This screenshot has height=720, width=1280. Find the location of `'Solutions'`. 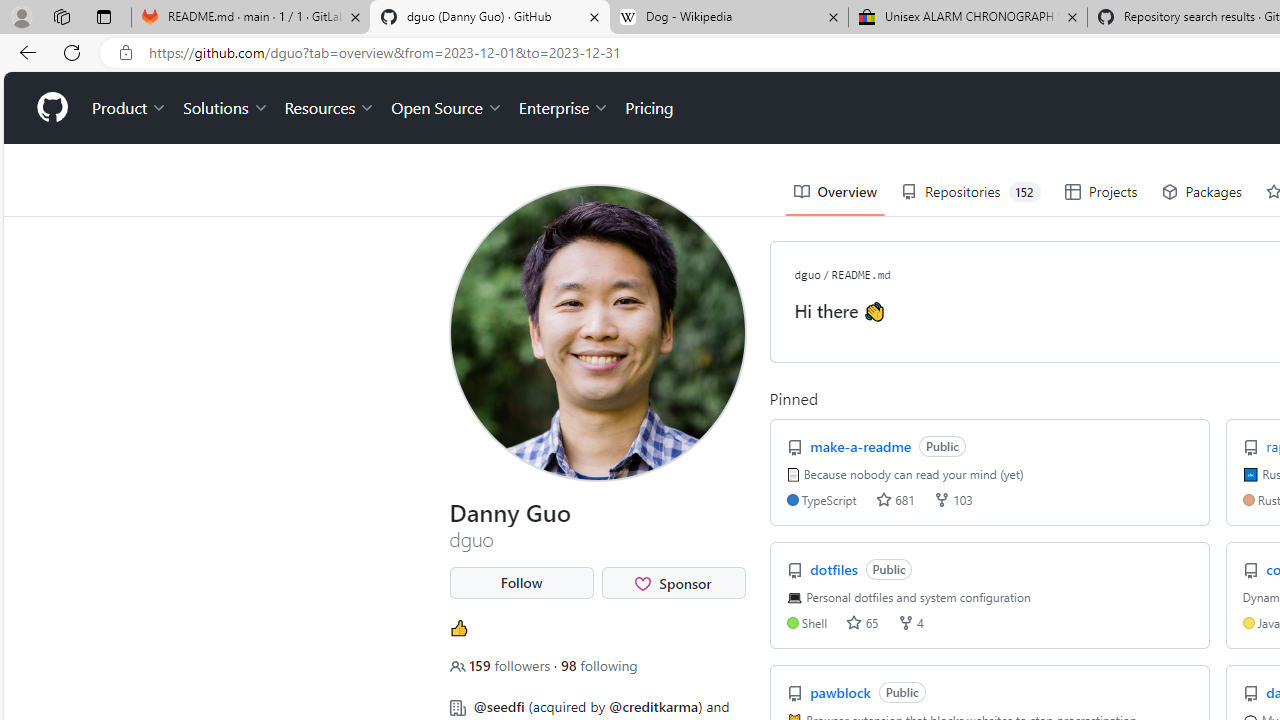

'Solutions' is located at coordinates (225, 108).